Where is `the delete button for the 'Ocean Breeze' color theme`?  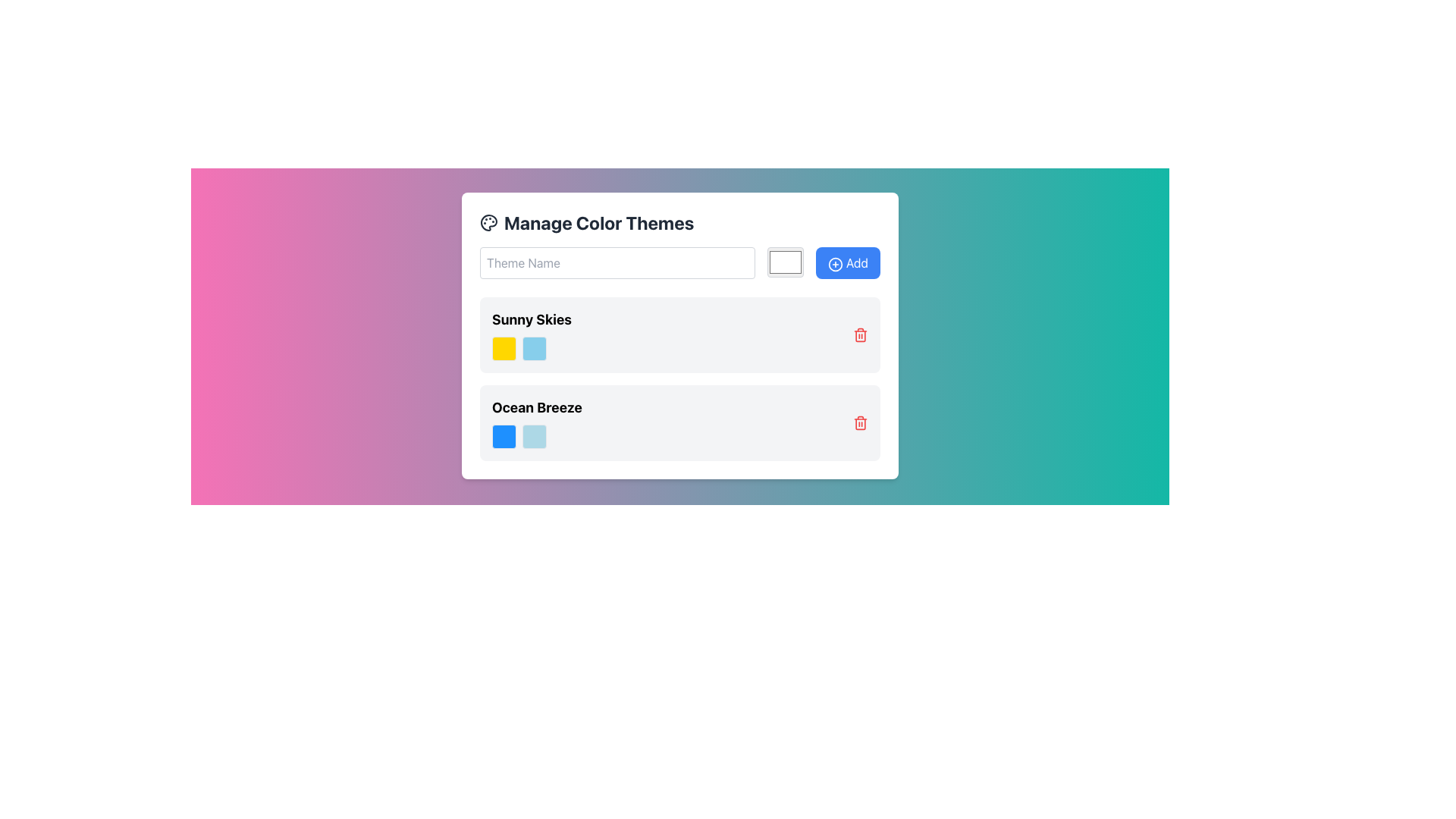 the delete button for the 'Ocean Breeze' color theme is located at coordinates (860, 423).